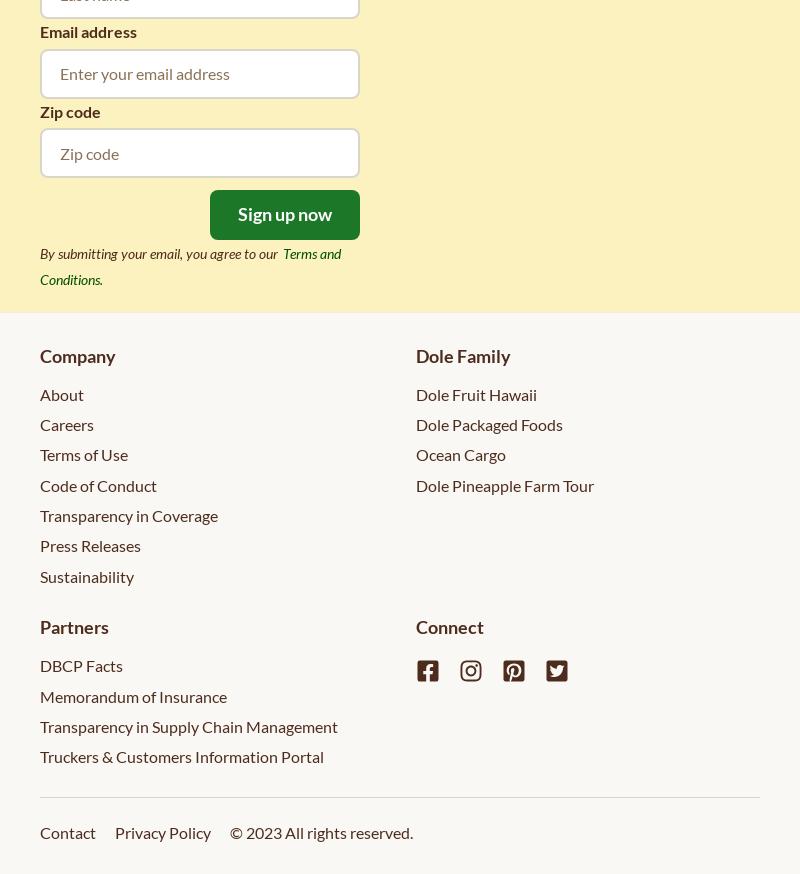 This screenshot has width=800, height=874. Describe the element at coordinates (581, 669) in the screenshot. I see `'Twitter'` at that location.